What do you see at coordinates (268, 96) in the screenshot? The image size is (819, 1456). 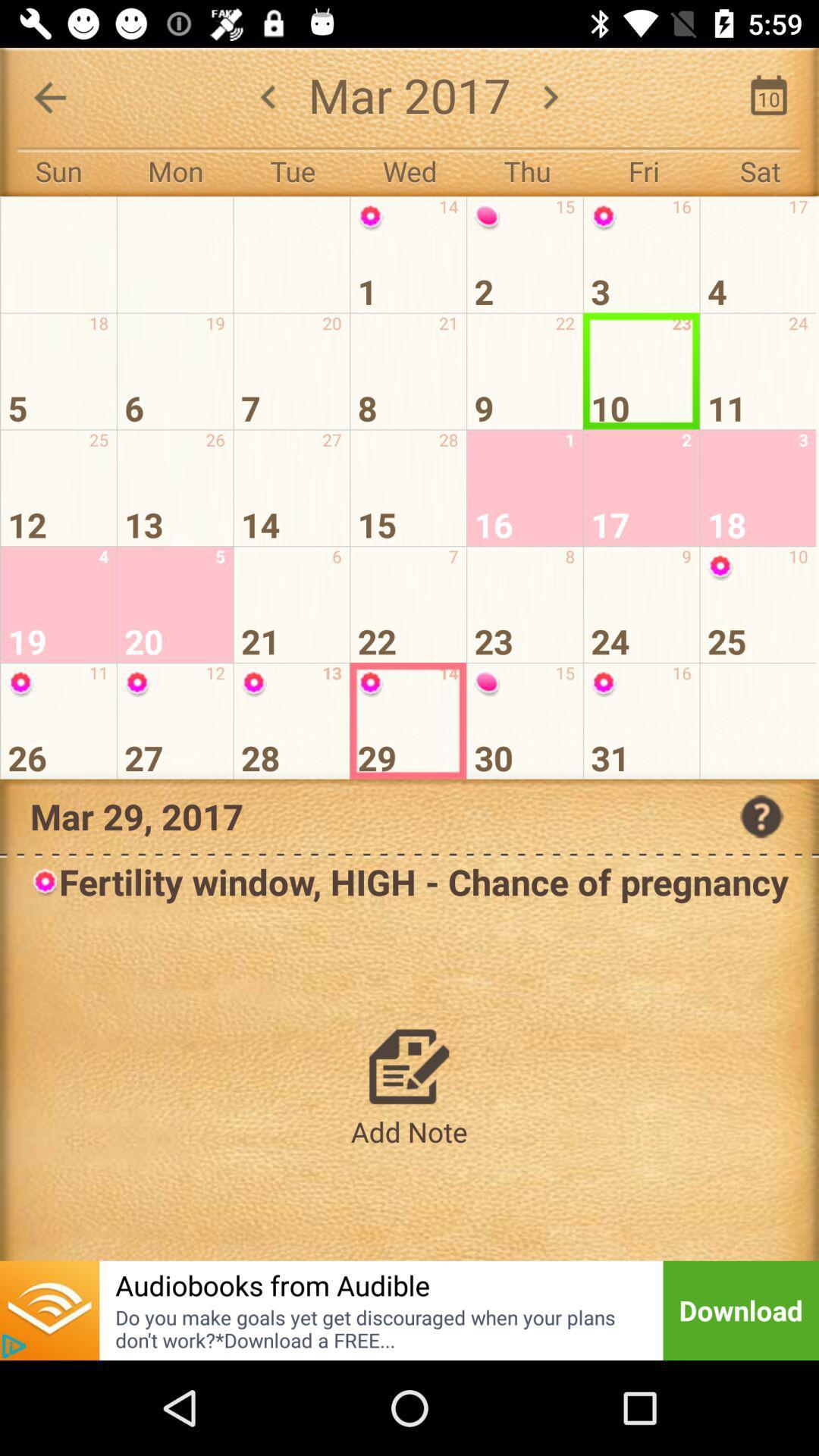 I see `the arrow_backward icon` at bounding box center [268, 96].